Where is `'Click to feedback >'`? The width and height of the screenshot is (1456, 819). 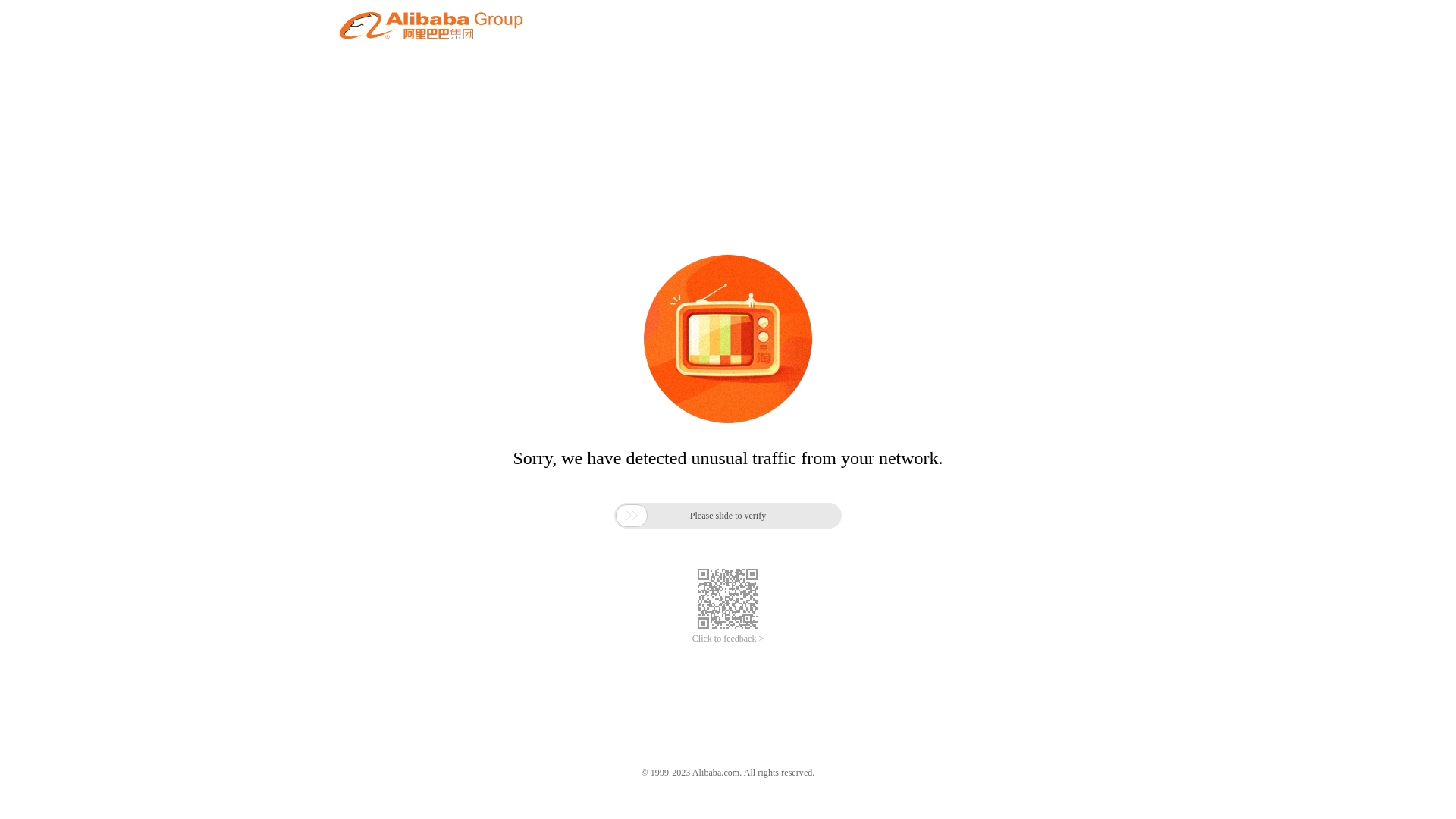
'Click to feedback >' is located at coordinates (728, 639).